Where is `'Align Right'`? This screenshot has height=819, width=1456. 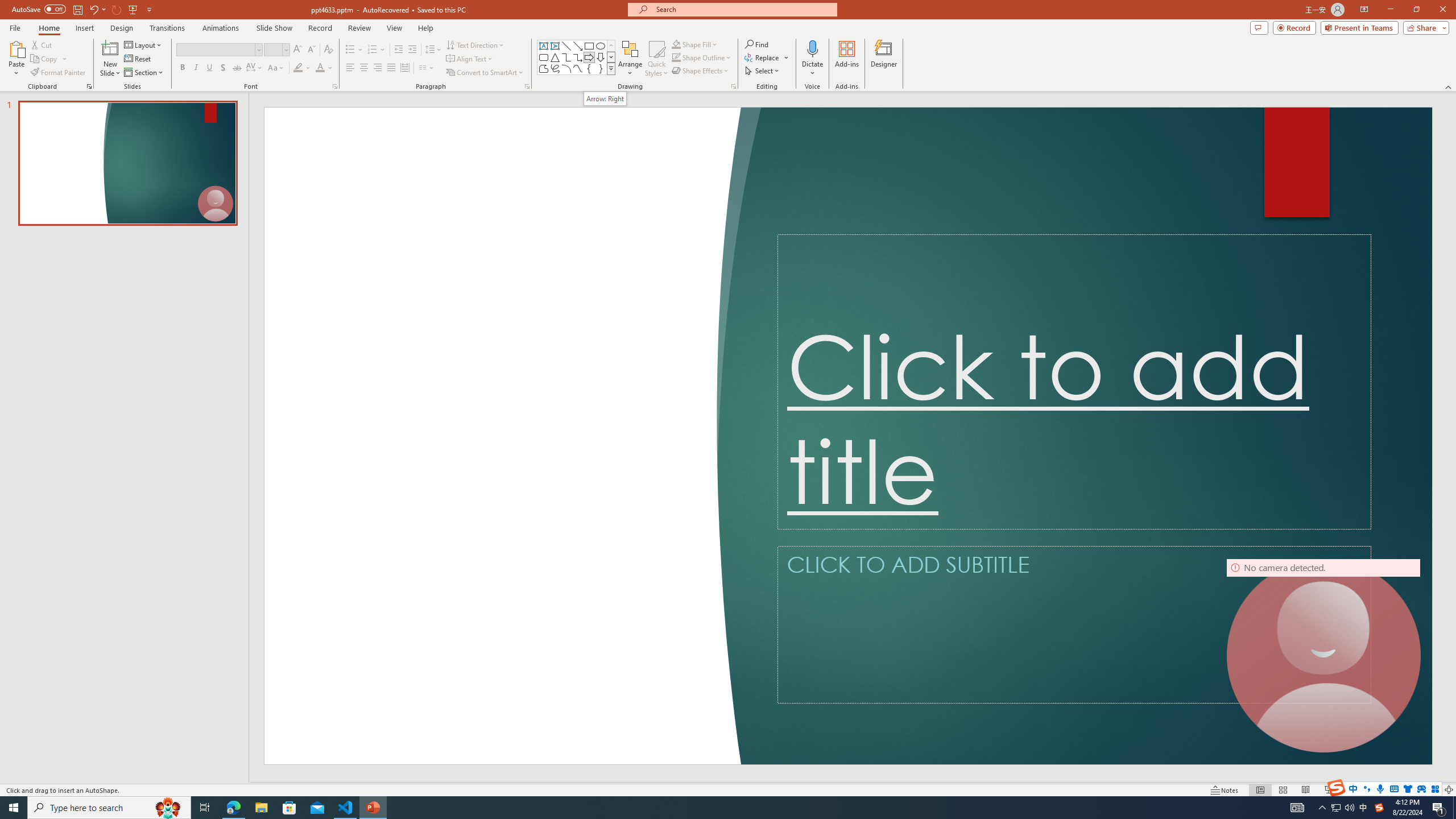
'Align Right' is located at coordinates (378, 67).